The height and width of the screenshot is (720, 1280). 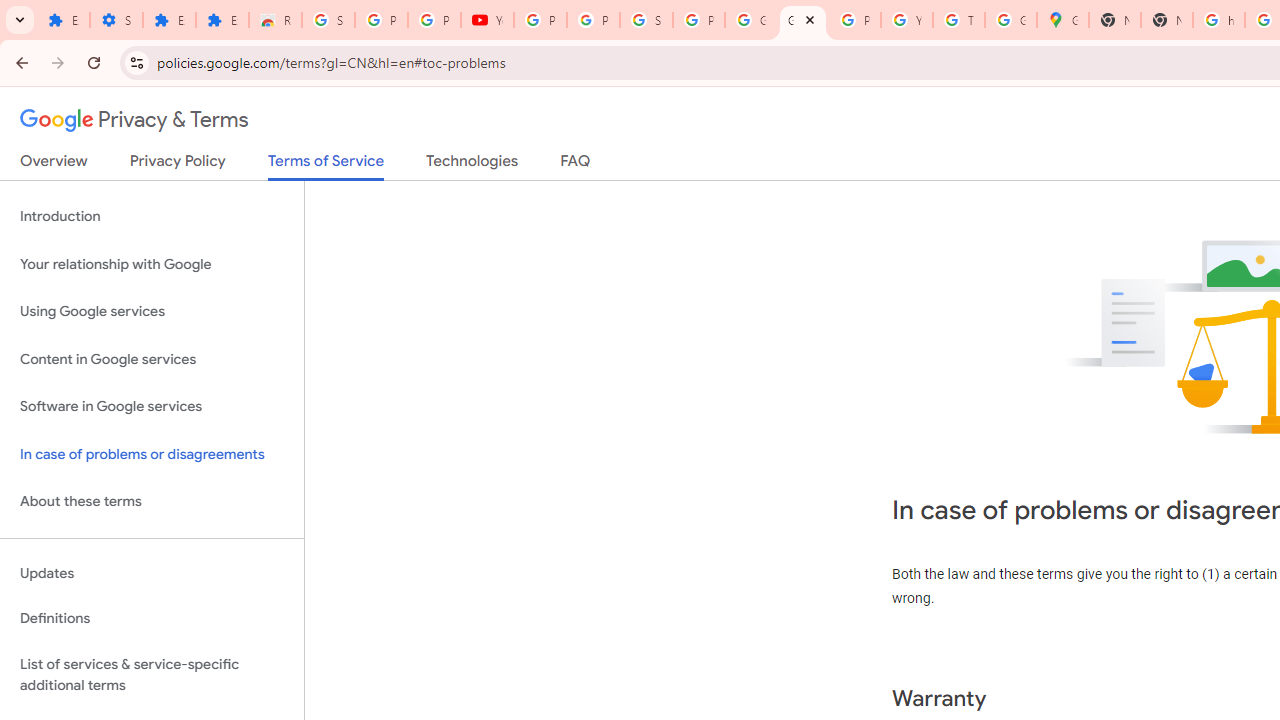 I want to click on 'Terms of Service', so click(x=326, y=165).